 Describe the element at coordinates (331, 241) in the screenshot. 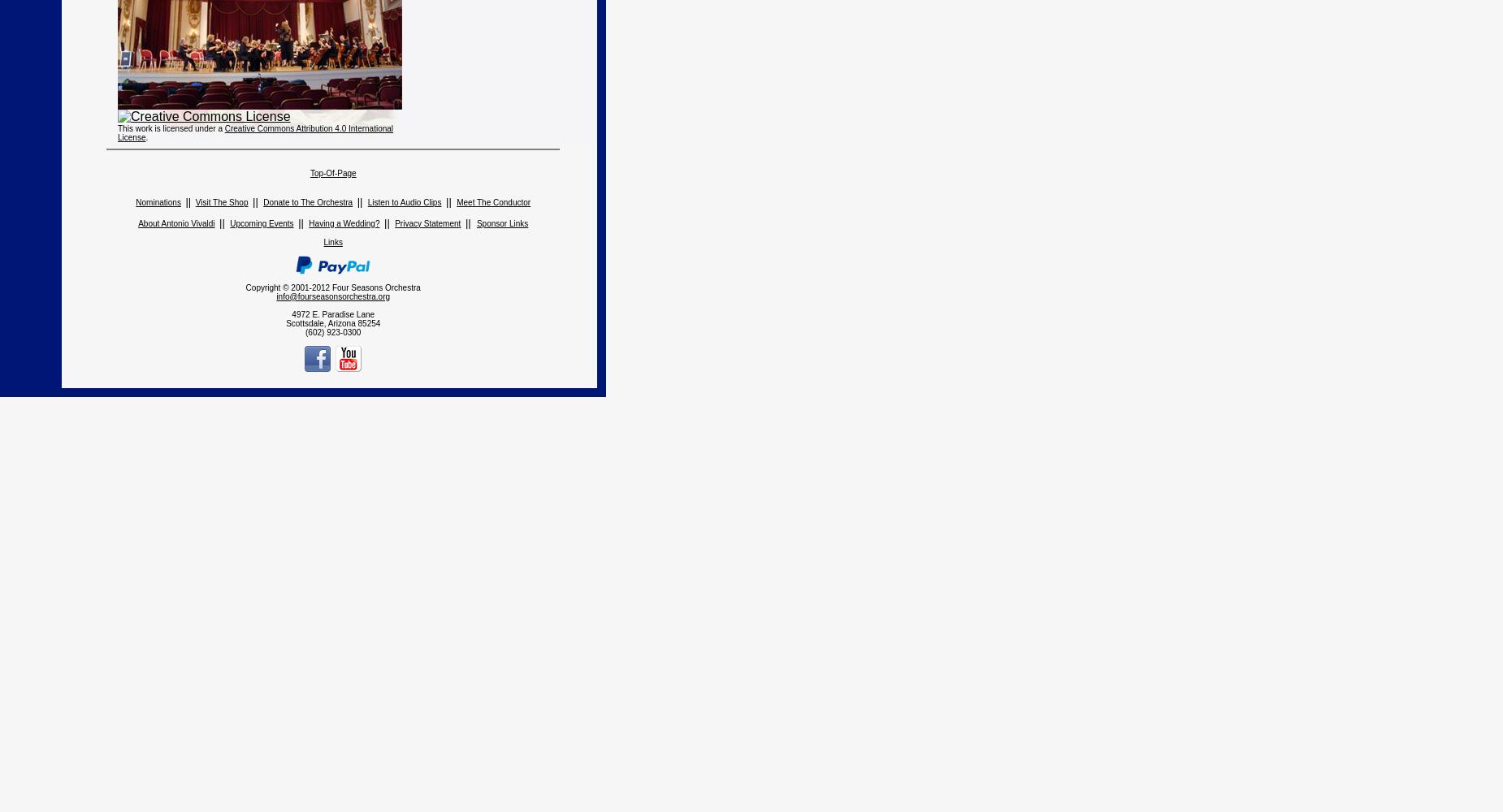

I see `'Links'` at that location.